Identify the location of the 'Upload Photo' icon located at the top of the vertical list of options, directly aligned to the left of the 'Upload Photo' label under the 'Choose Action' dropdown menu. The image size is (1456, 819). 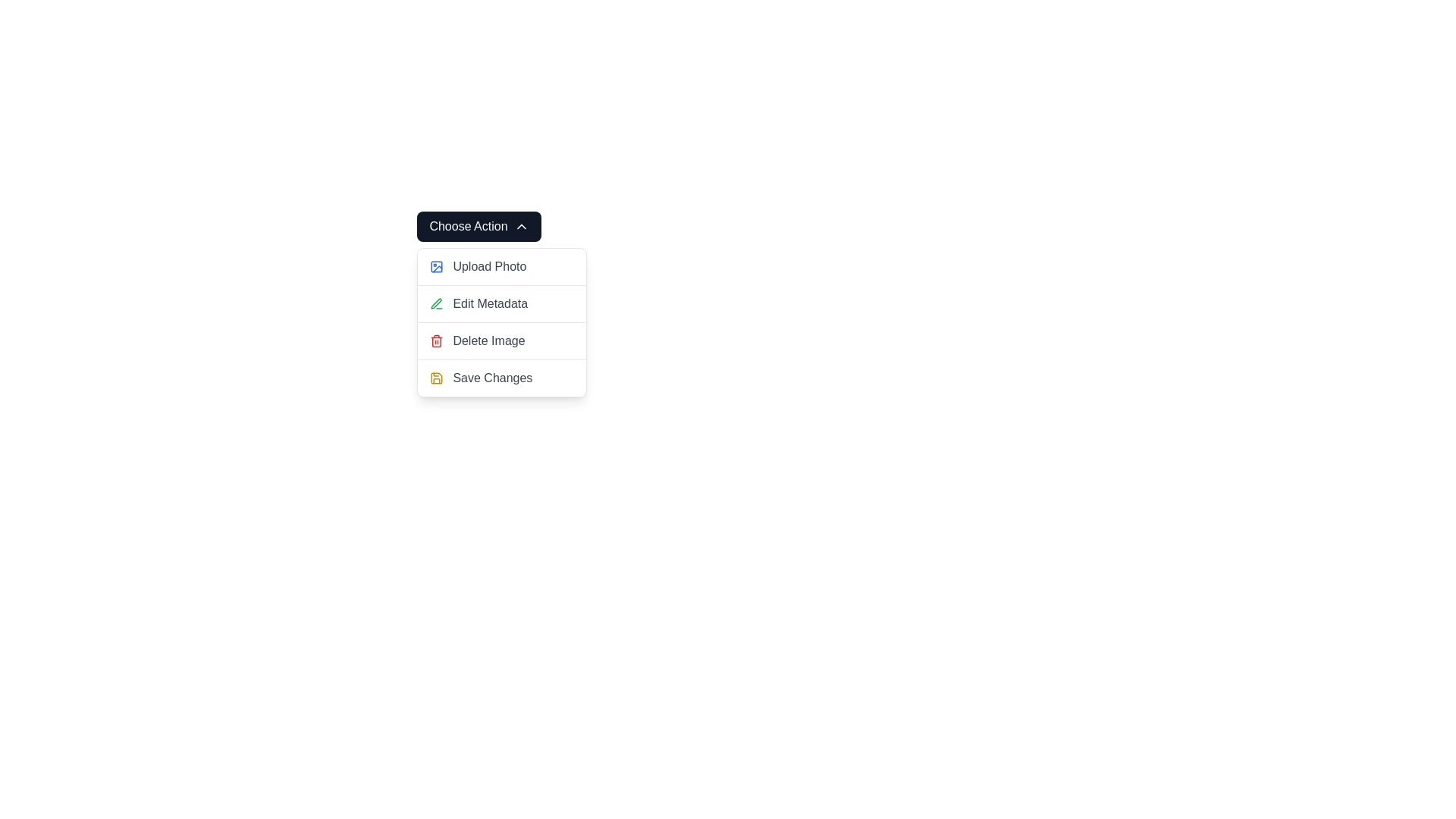
(436, 265).